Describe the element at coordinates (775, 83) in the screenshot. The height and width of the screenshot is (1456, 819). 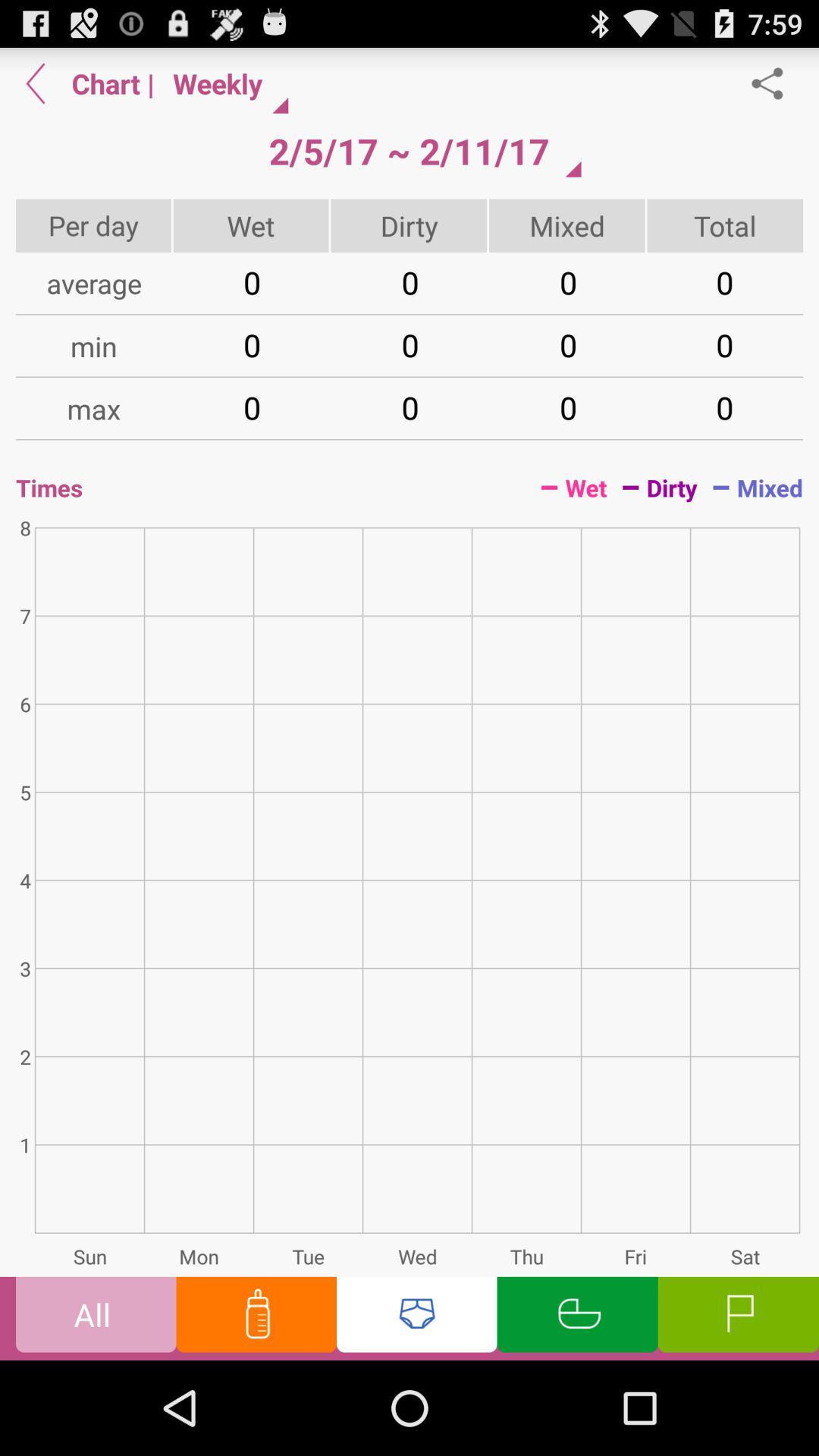
I see `click share option` at that location.